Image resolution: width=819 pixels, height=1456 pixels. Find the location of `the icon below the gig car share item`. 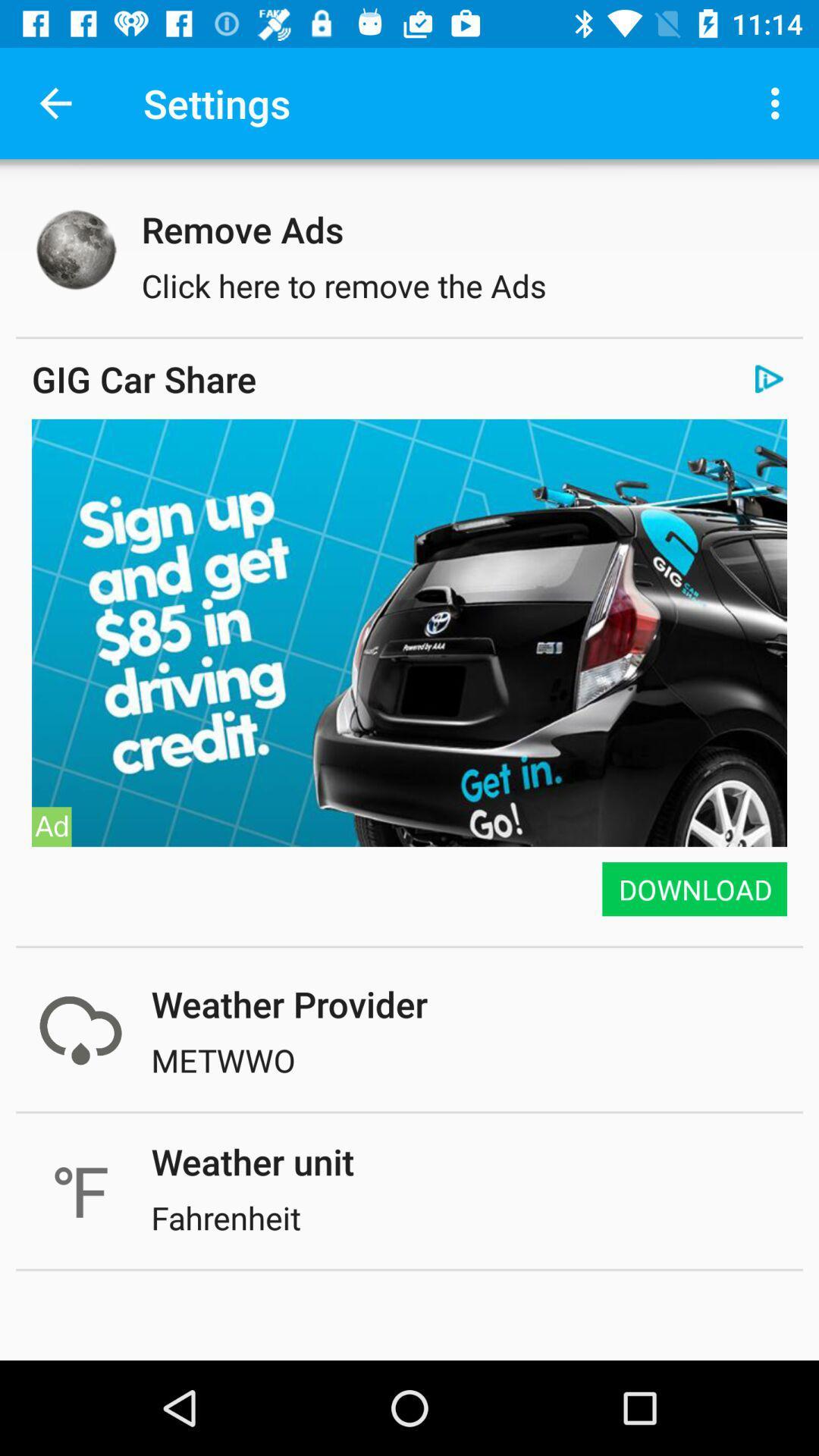

the icon below the gig car share item is located at coordinates (409, 419).